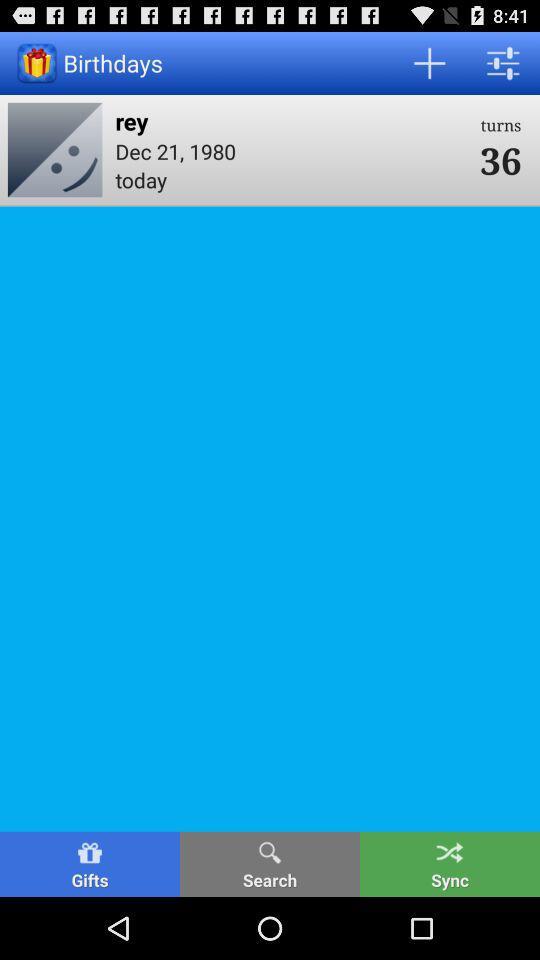 This screenshot has height=960, width=540. What do you see at coordinates (89, 863) in the screenshot?
I see `the icon at the bottom left corner` at bounding box center [89, 863].